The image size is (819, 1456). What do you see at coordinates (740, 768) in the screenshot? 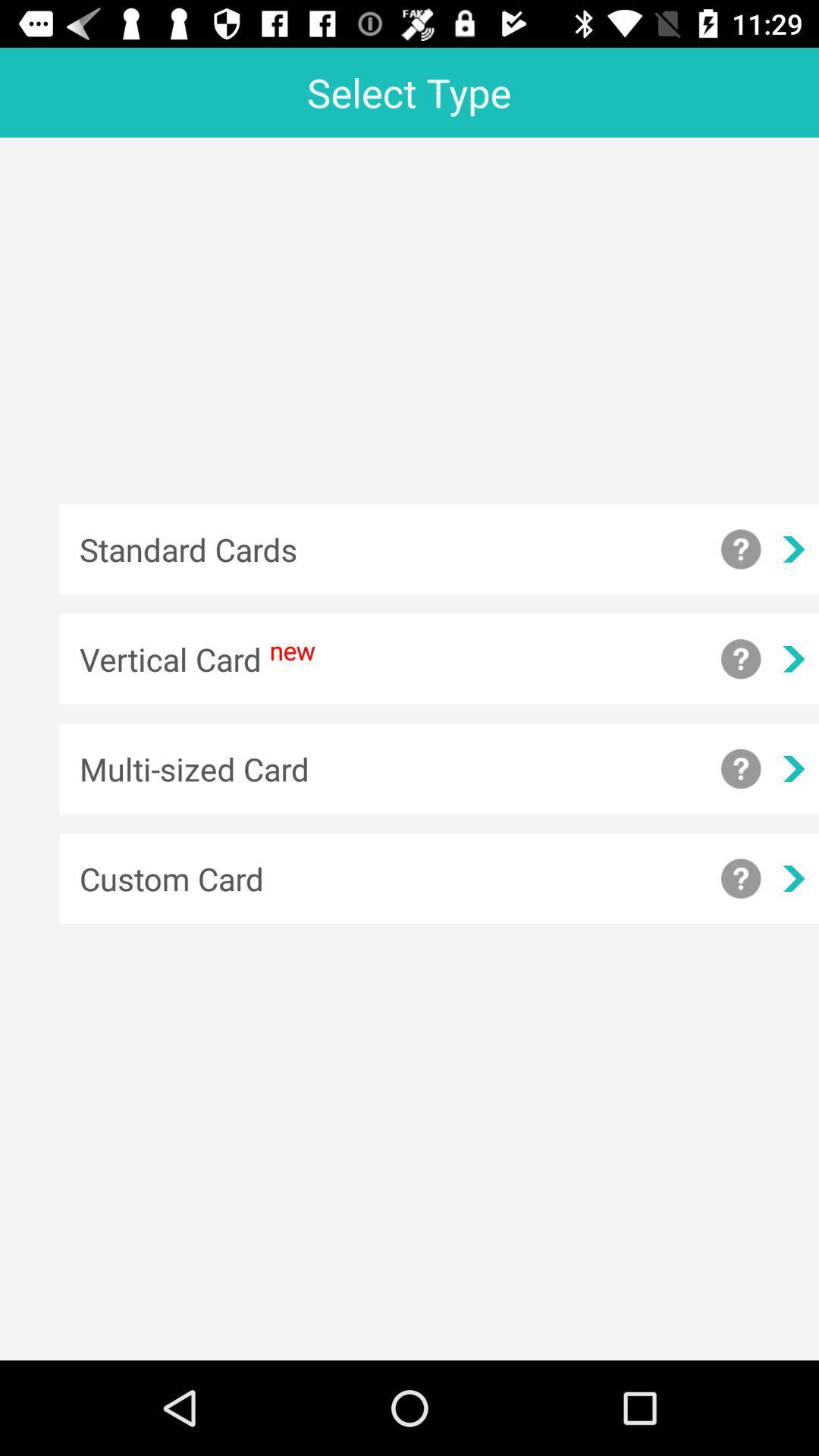
I see `show information` at bounding box center [740, 768].